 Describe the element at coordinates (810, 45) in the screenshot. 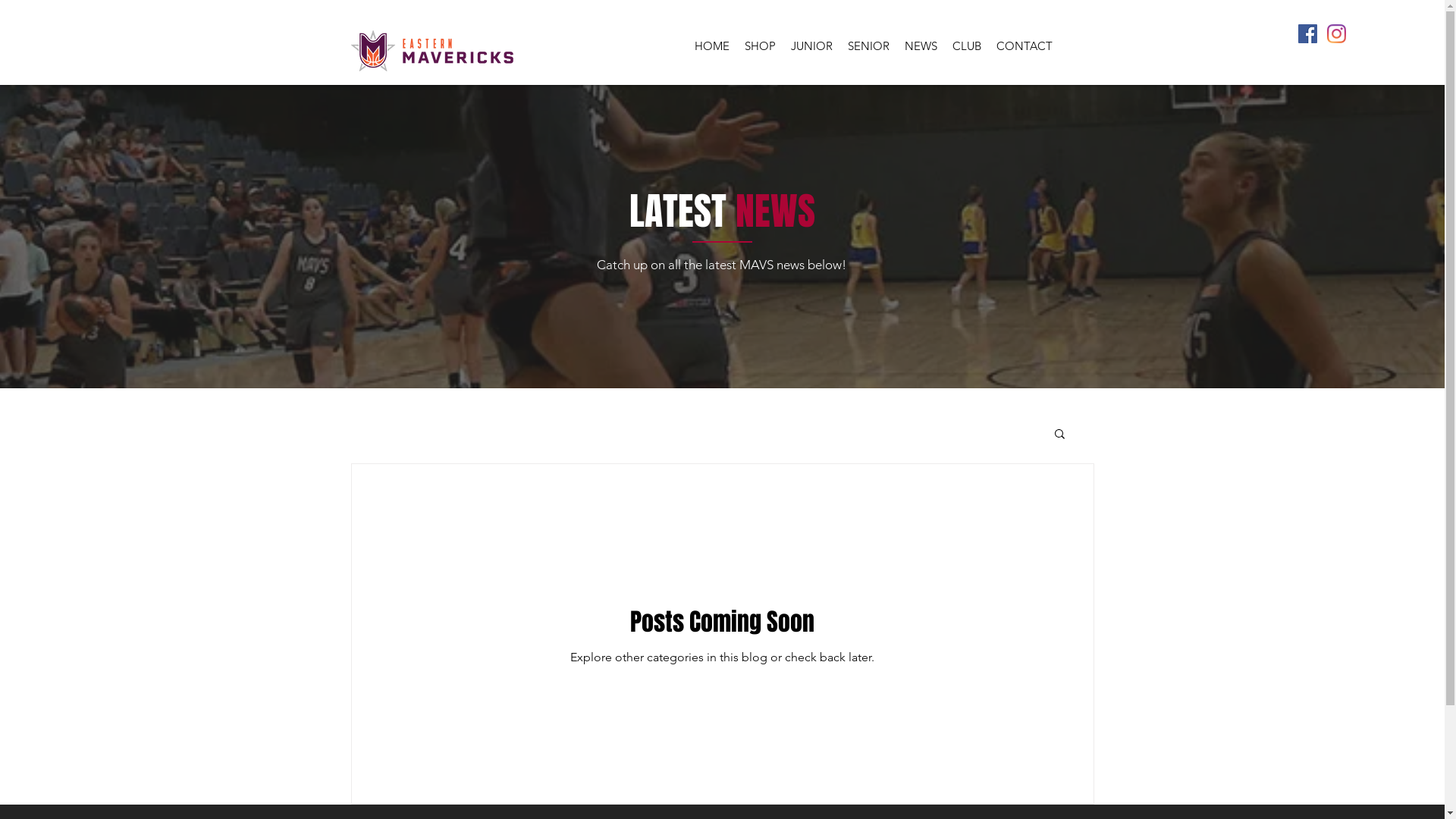

I see `'JUNIOR'` at that location.